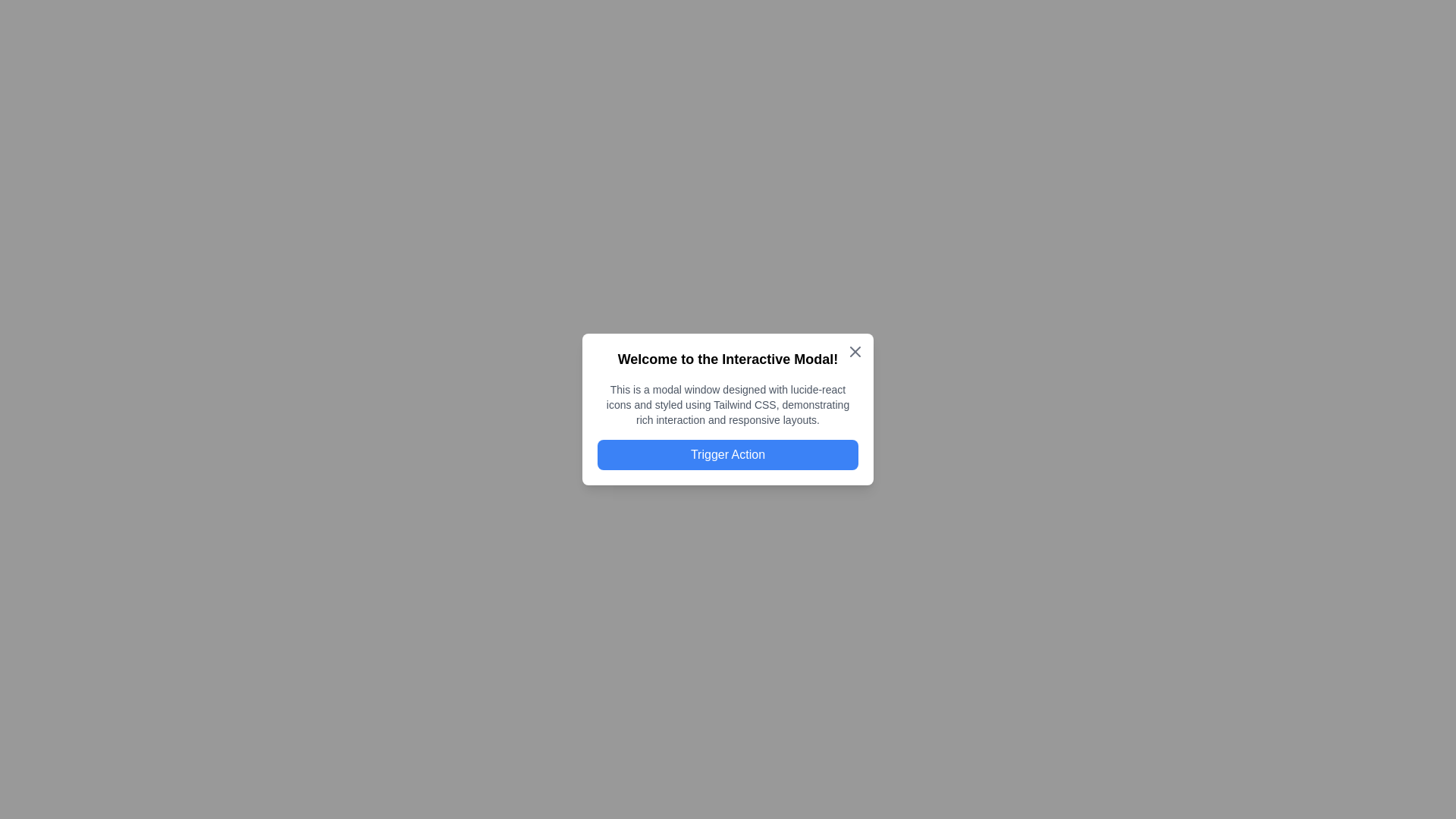 The image size is (1456, 819). Describe the element at coordinates (855, 351) in the screenshot. I see `the Close button ('X' icon) located at the top-right corner of the modal dialog` at that location.